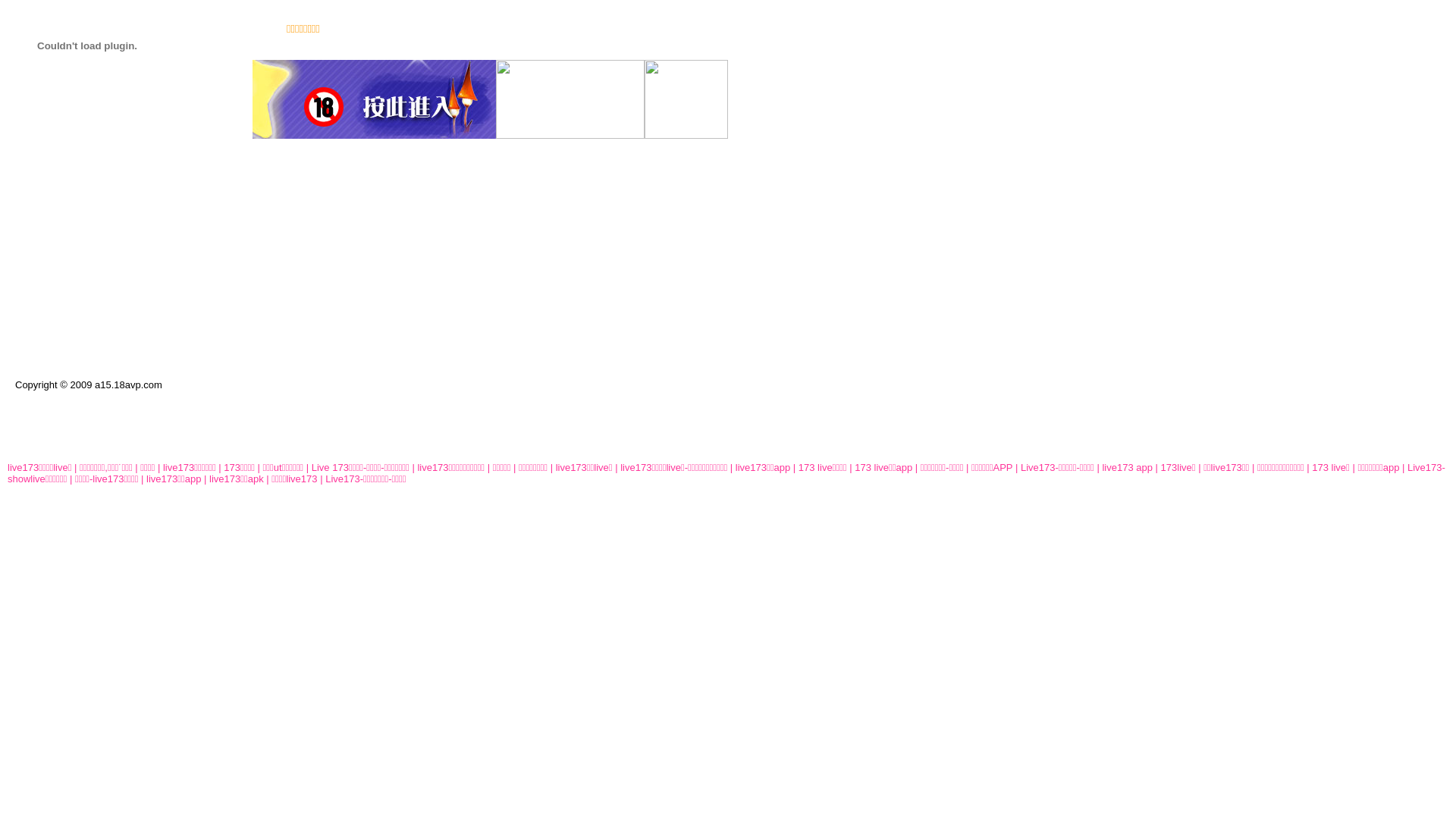 The width and height of the screenshot is (1456, 819). What do you see at coordinates (1127, 466) in the screenshot?
I see `'live173 app'` at bounding box center [1127, 466].